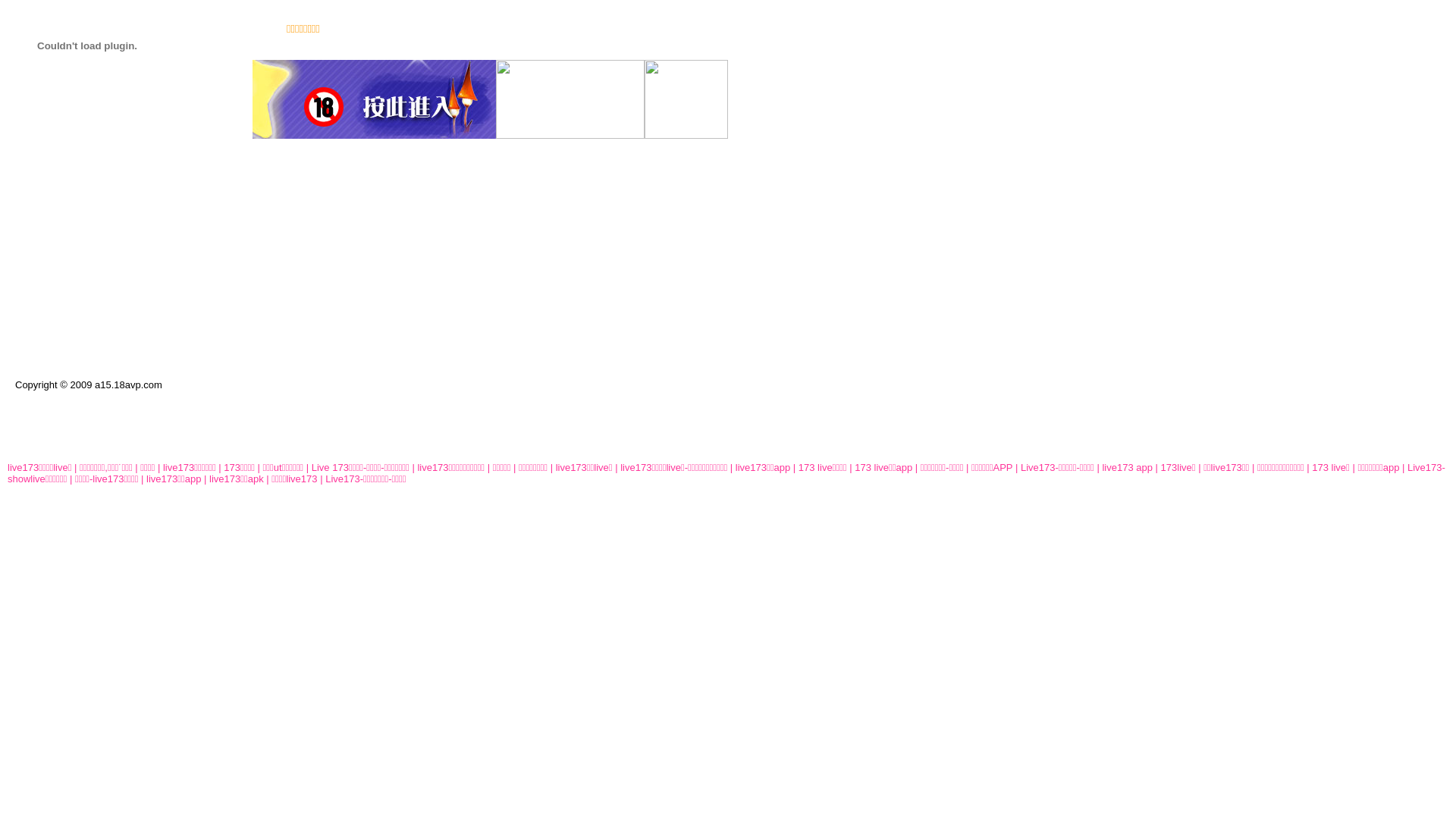 The width and height of the screenshot is (1456, 819). What do you see at coordinates (1127, 466) in the screenshot?
I see `'live173 app'` at bounding box center [1127, 466].